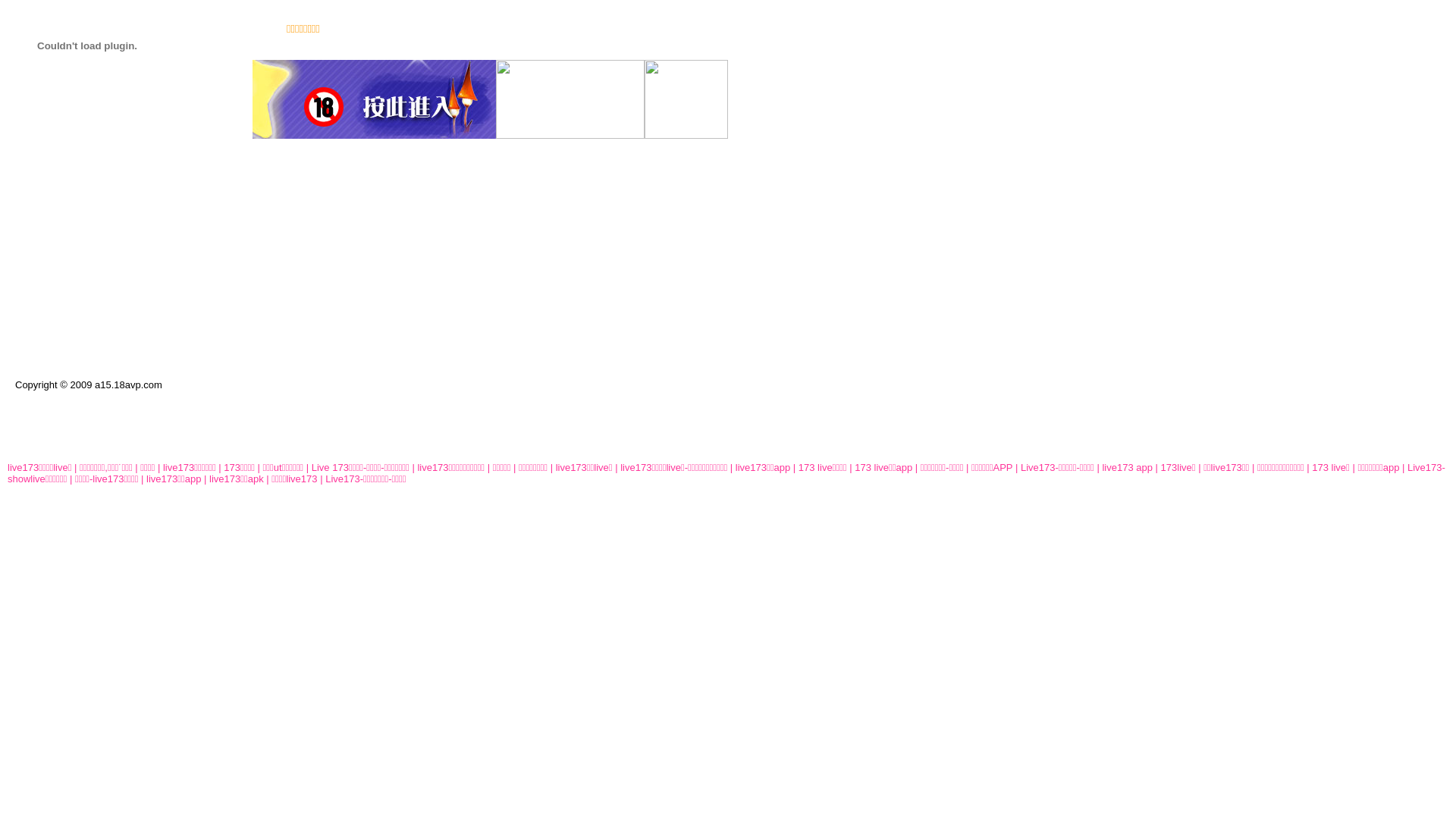 The width and height of the screenshot is (1456, 819). What do you see at coordinates (1127, 466) in the screenshot?
I see `'live173 app'` at bounding box center [1127, 466].